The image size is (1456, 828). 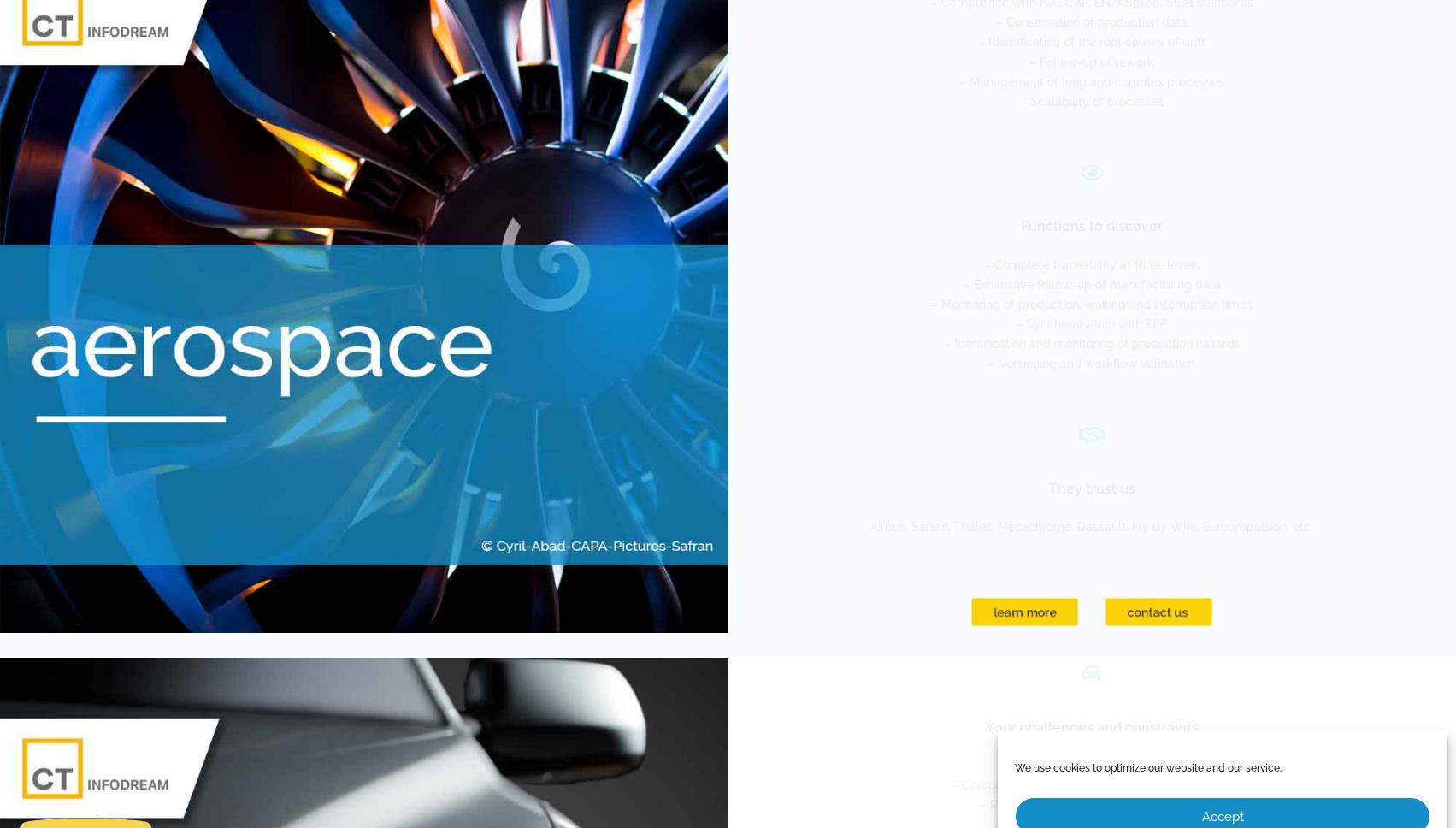 I want to click on '– Exhaustive follow-up of manufacturing data', so click(x=1090, y=284).